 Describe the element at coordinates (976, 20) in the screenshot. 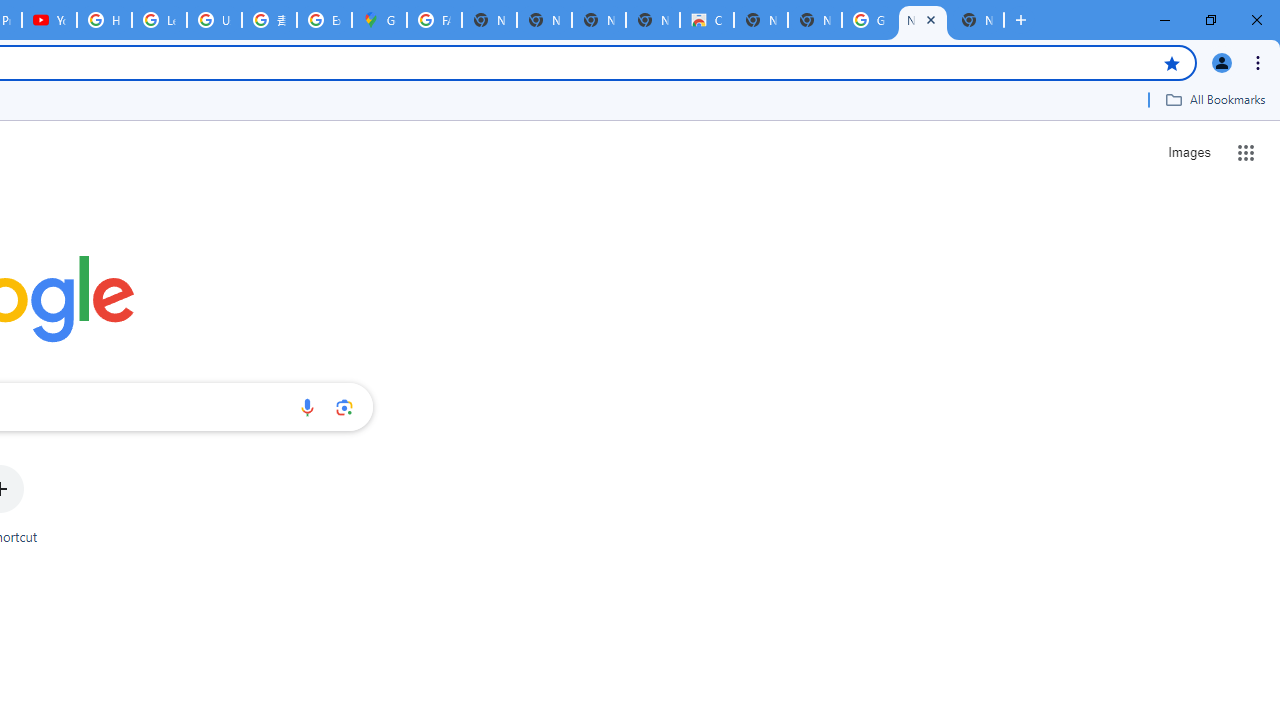

I see `'New Tab'` at that location.